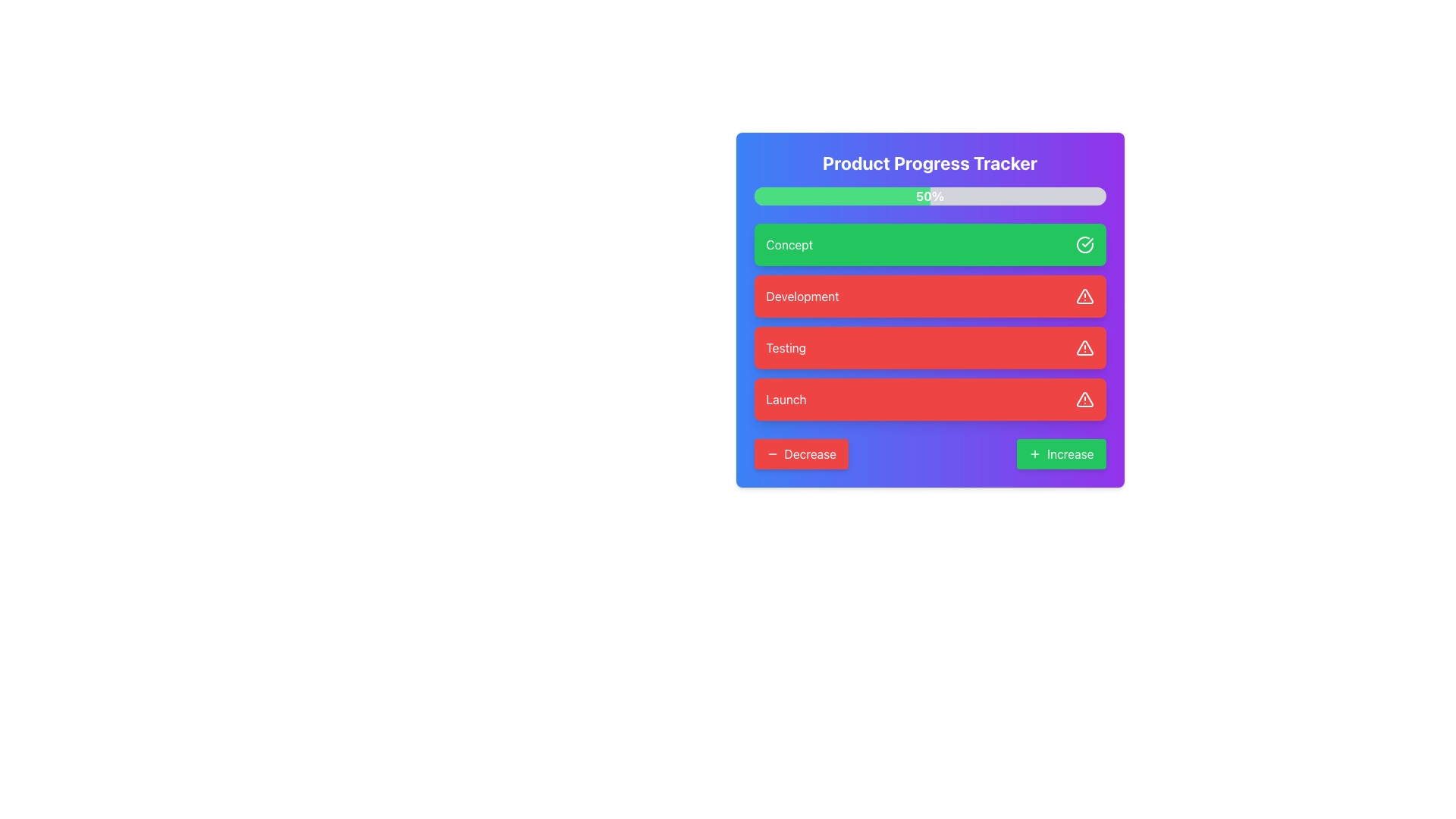  What do you see at coordinates (786, 399) in the screenshot?
I see `the 'Launch' label, which is displayed in white on a red rectangular background with rounded corners, located in the fourth row of the progress stages list` at bounding box center [786, 399].